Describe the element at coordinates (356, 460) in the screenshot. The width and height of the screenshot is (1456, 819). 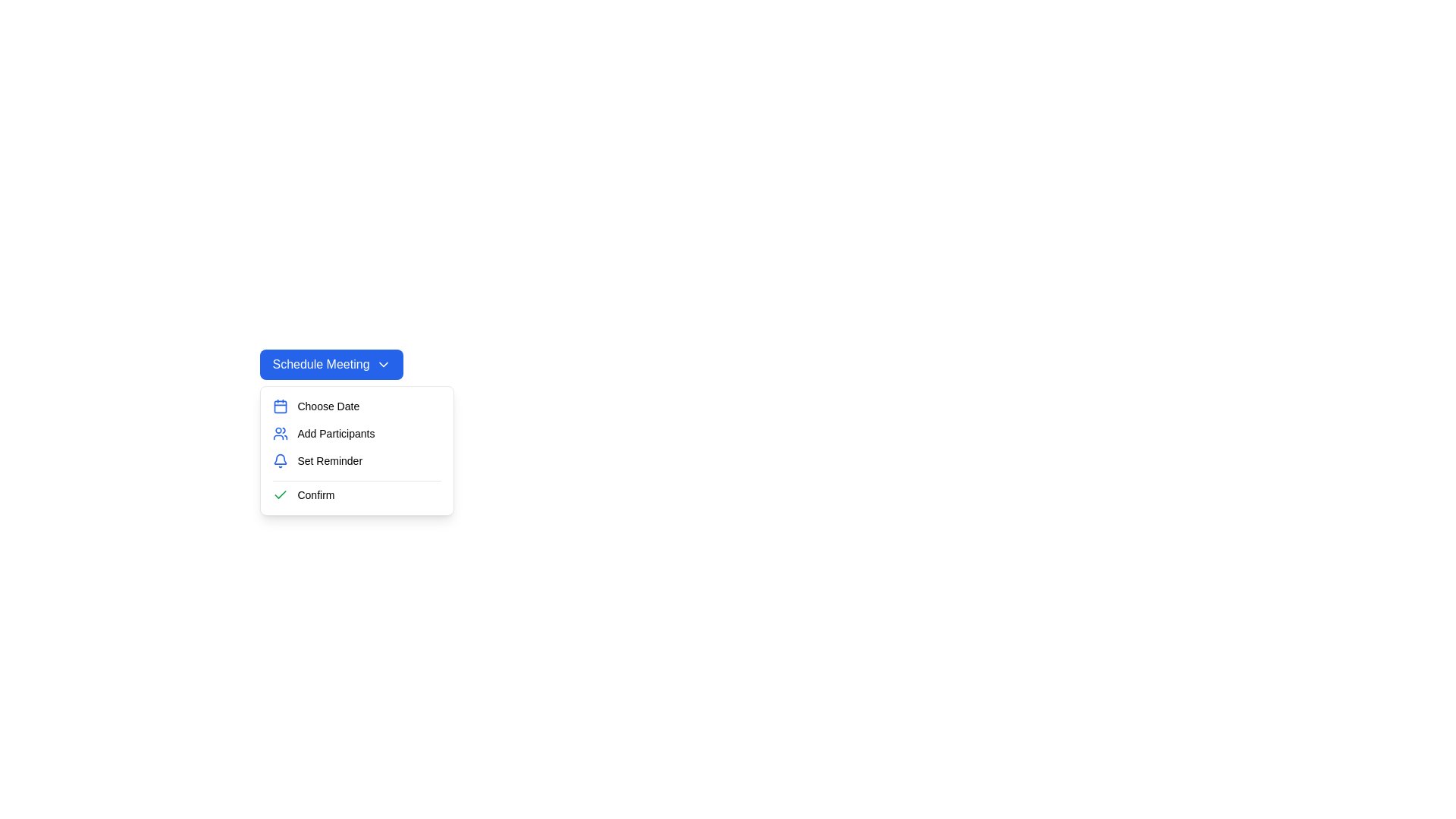
I see `the 'Set Reminder' menu item, which is the third item in the vertical menu list under the header 'Schedule Meeting', positioned below 'Add Participants' and above 'Confirm'` at that location.